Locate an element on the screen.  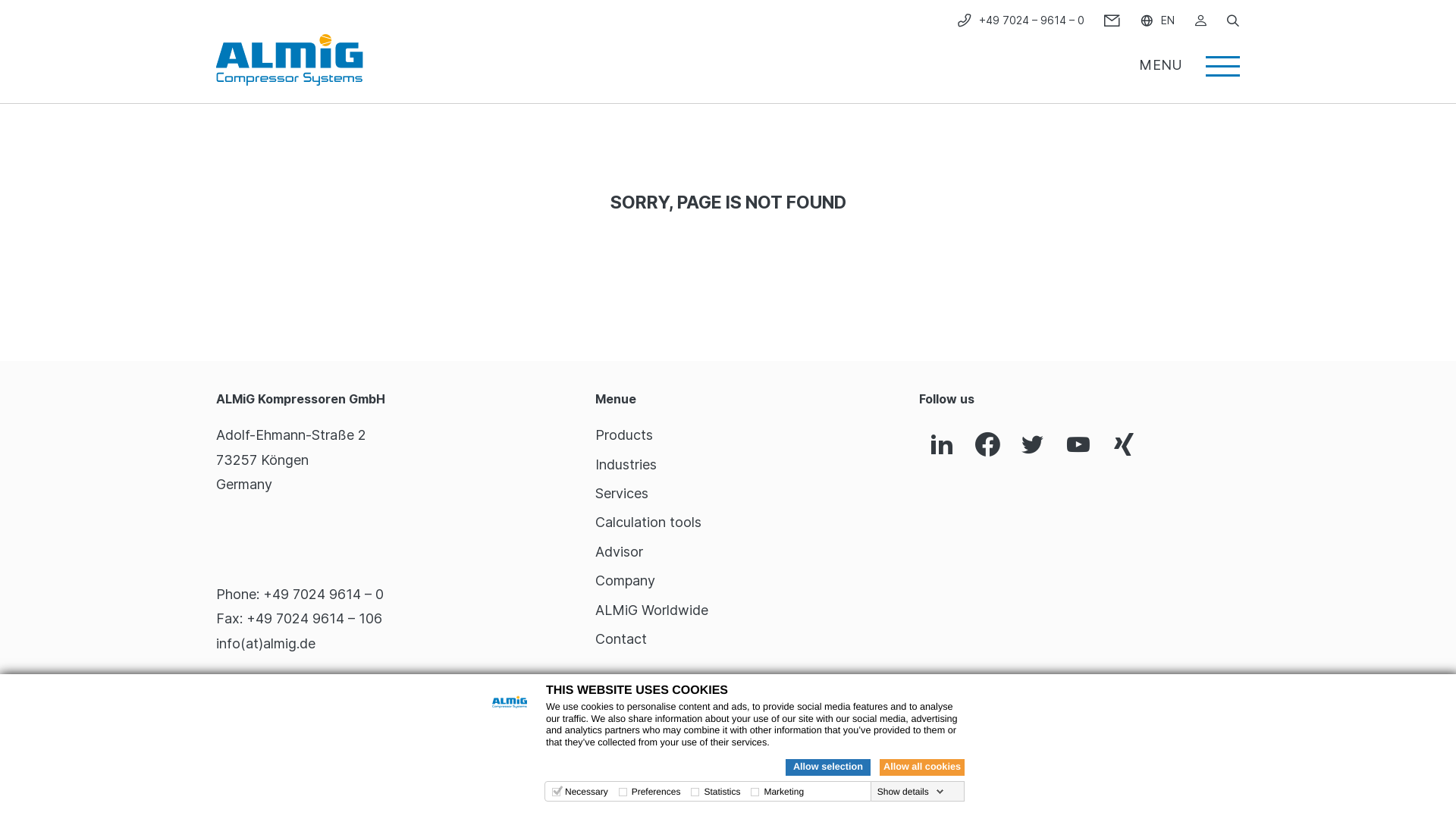
'Services' is located at coordinates (622, 493).